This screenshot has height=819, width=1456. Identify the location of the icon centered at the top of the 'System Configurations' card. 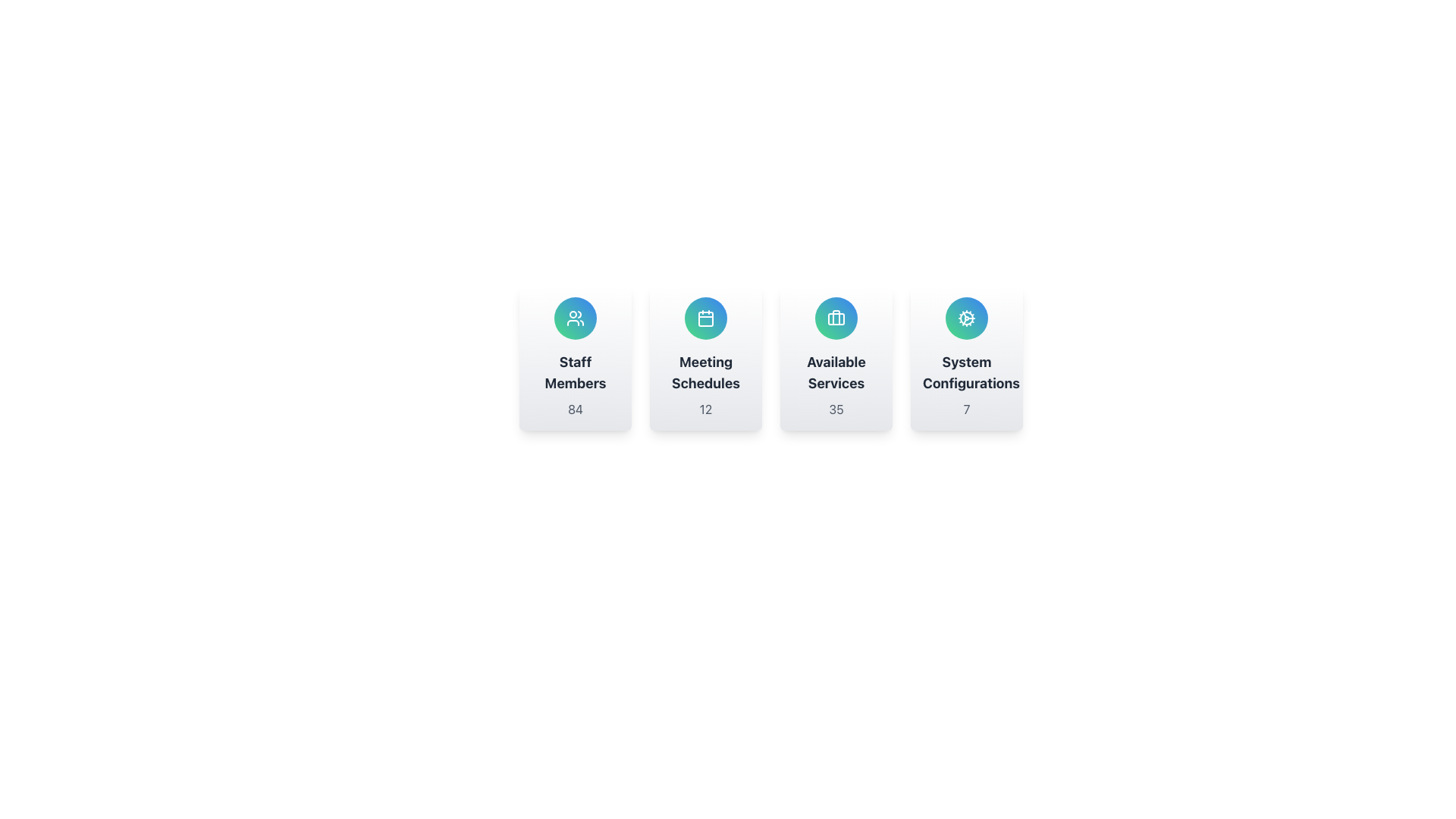
(966, 318).